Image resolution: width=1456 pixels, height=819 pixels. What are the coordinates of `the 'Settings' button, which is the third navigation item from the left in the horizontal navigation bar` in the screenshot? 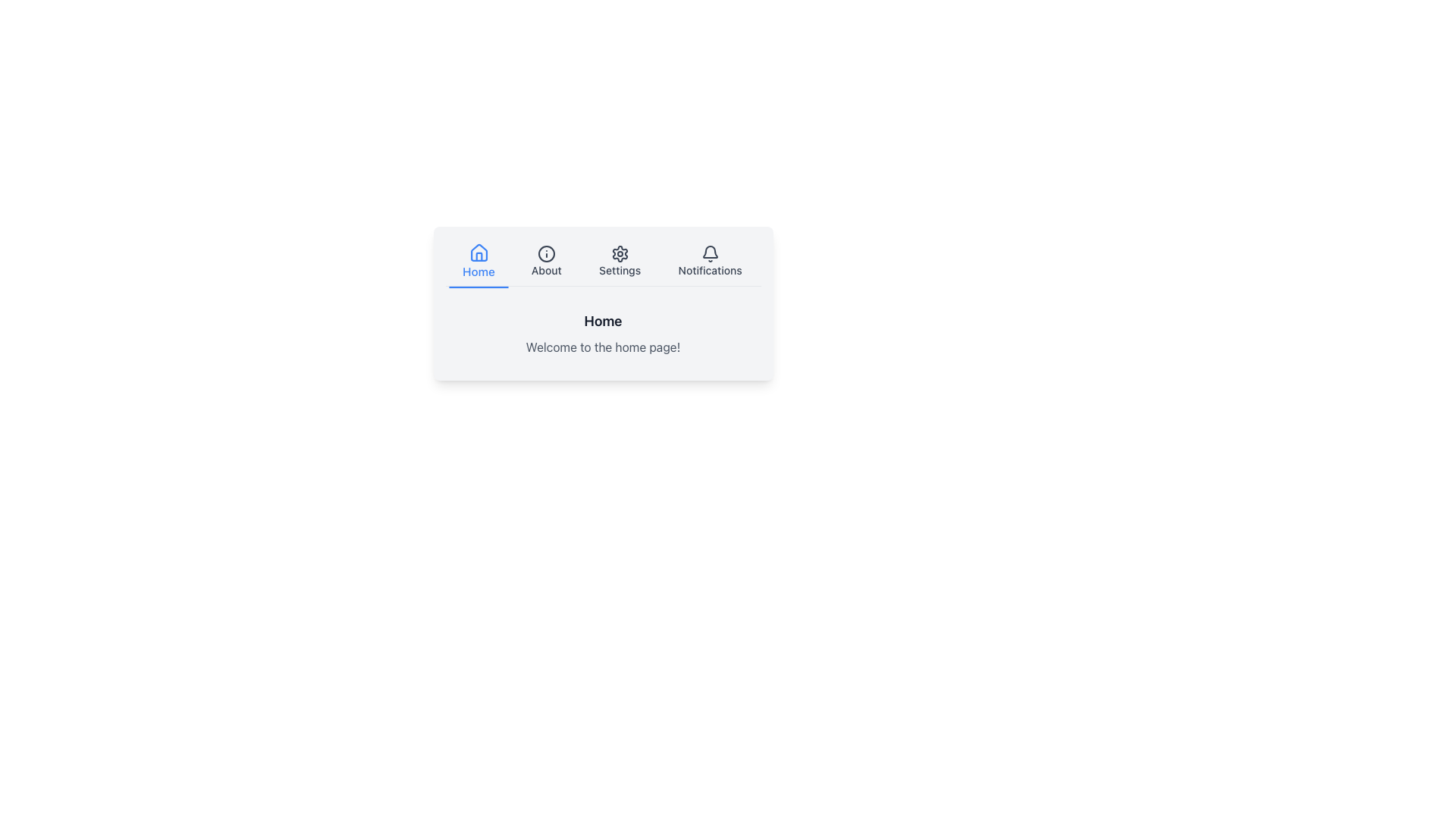 It's located at (620, 262).